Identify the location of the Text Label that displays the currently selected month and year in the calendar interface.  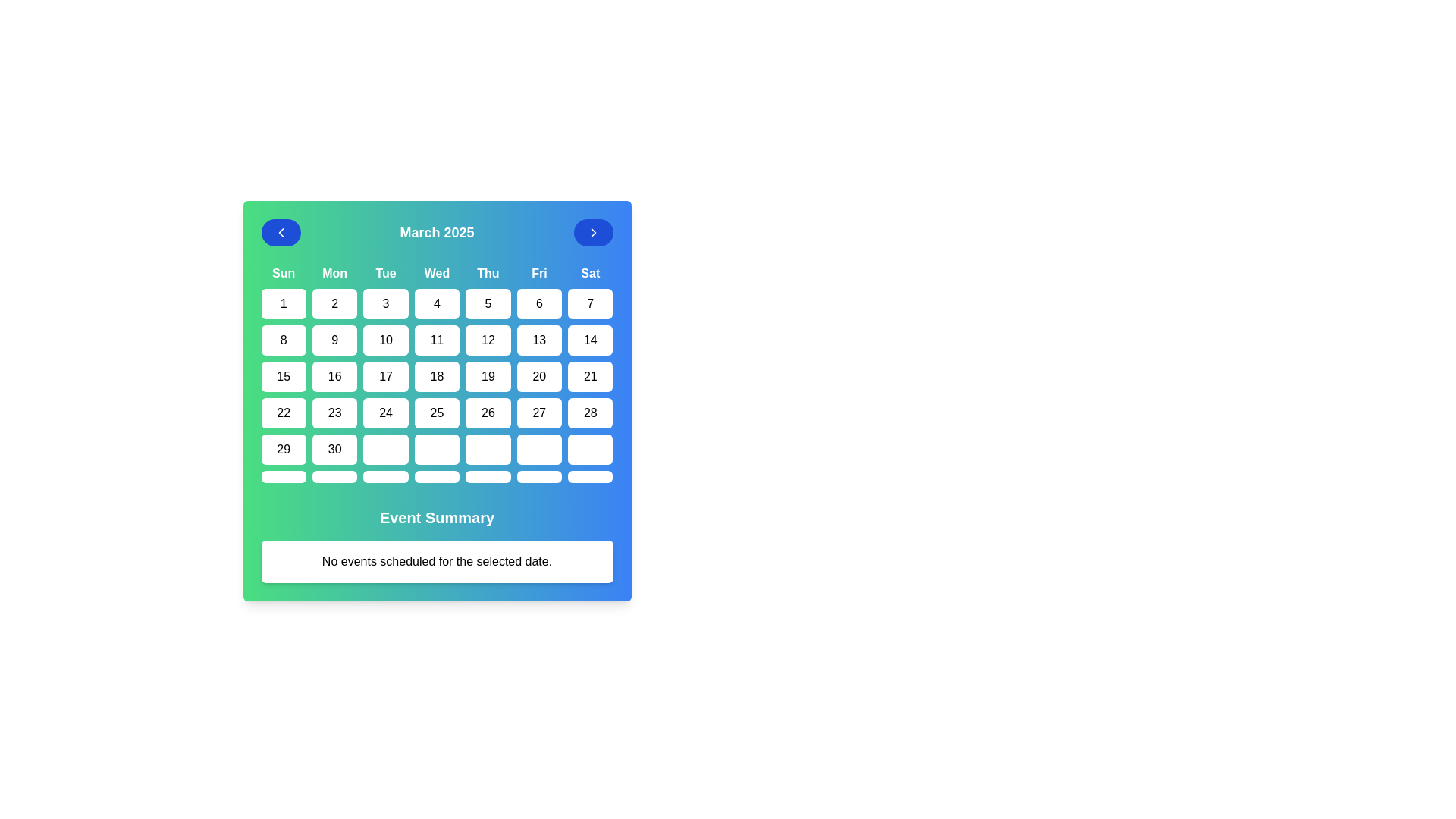
(436, 233).